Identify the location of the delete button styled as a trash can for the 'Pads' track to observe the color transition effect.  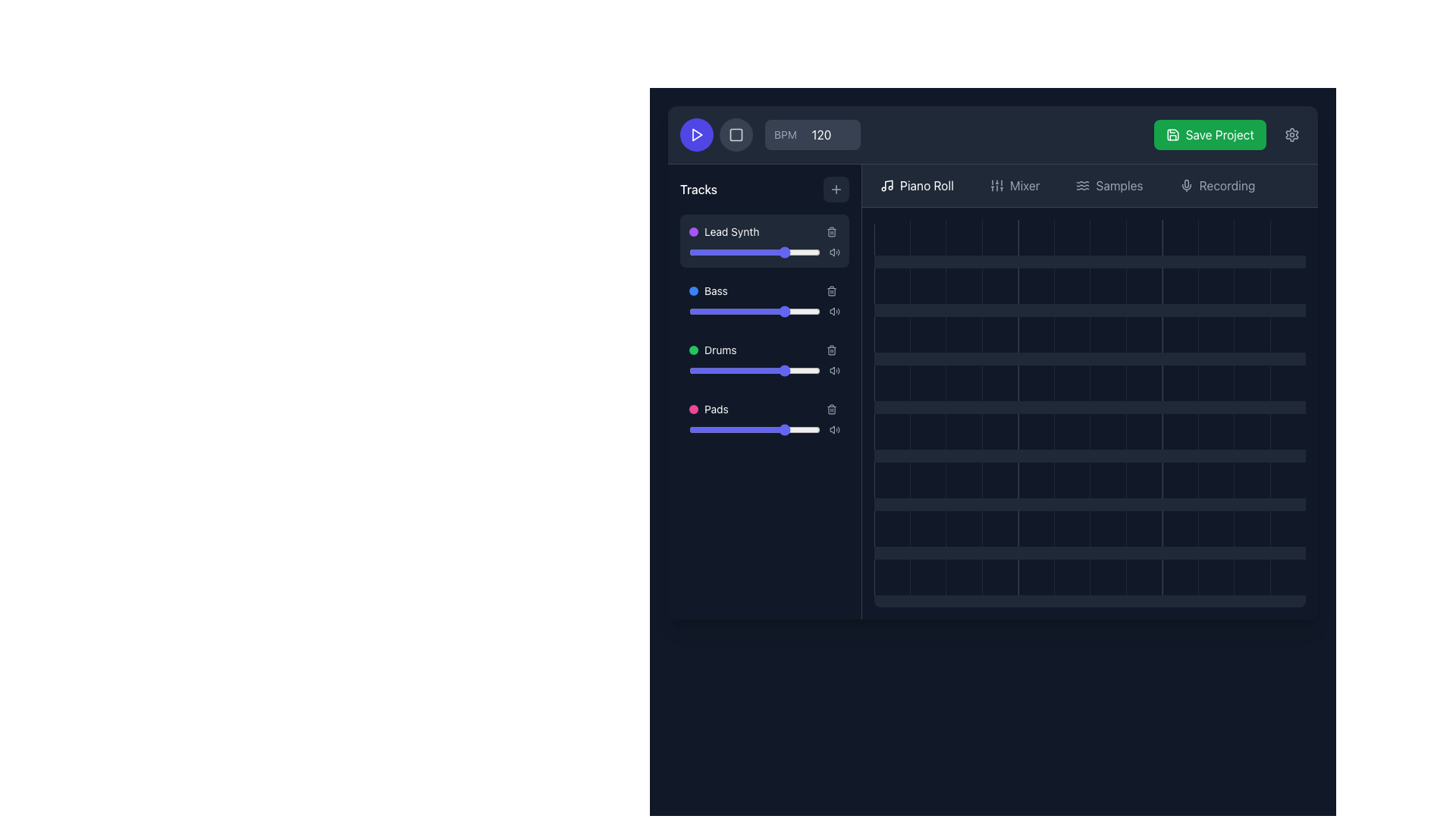
(831, 409).